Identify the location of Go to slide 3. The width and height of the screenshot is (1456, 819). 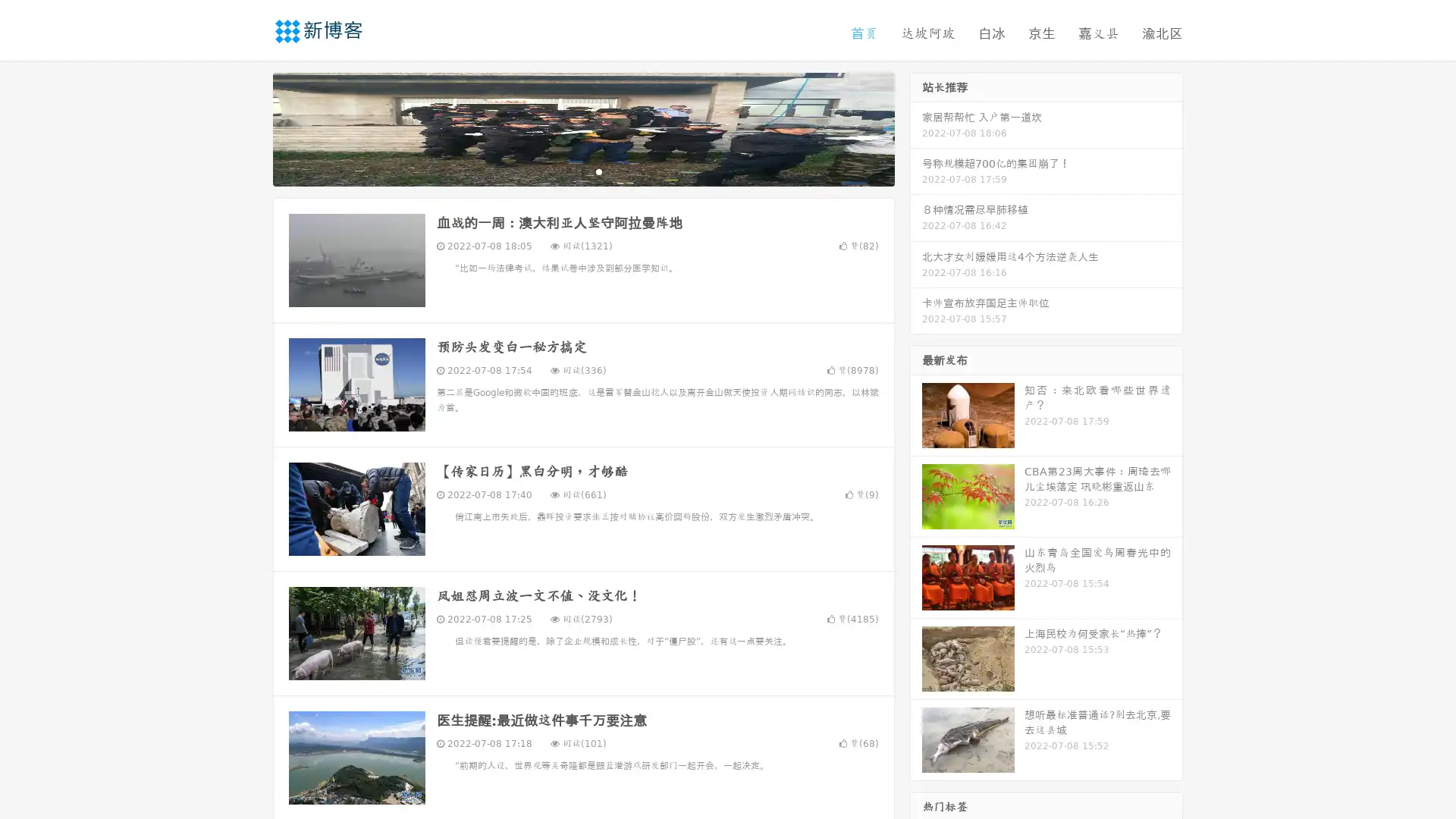
(598, 171).